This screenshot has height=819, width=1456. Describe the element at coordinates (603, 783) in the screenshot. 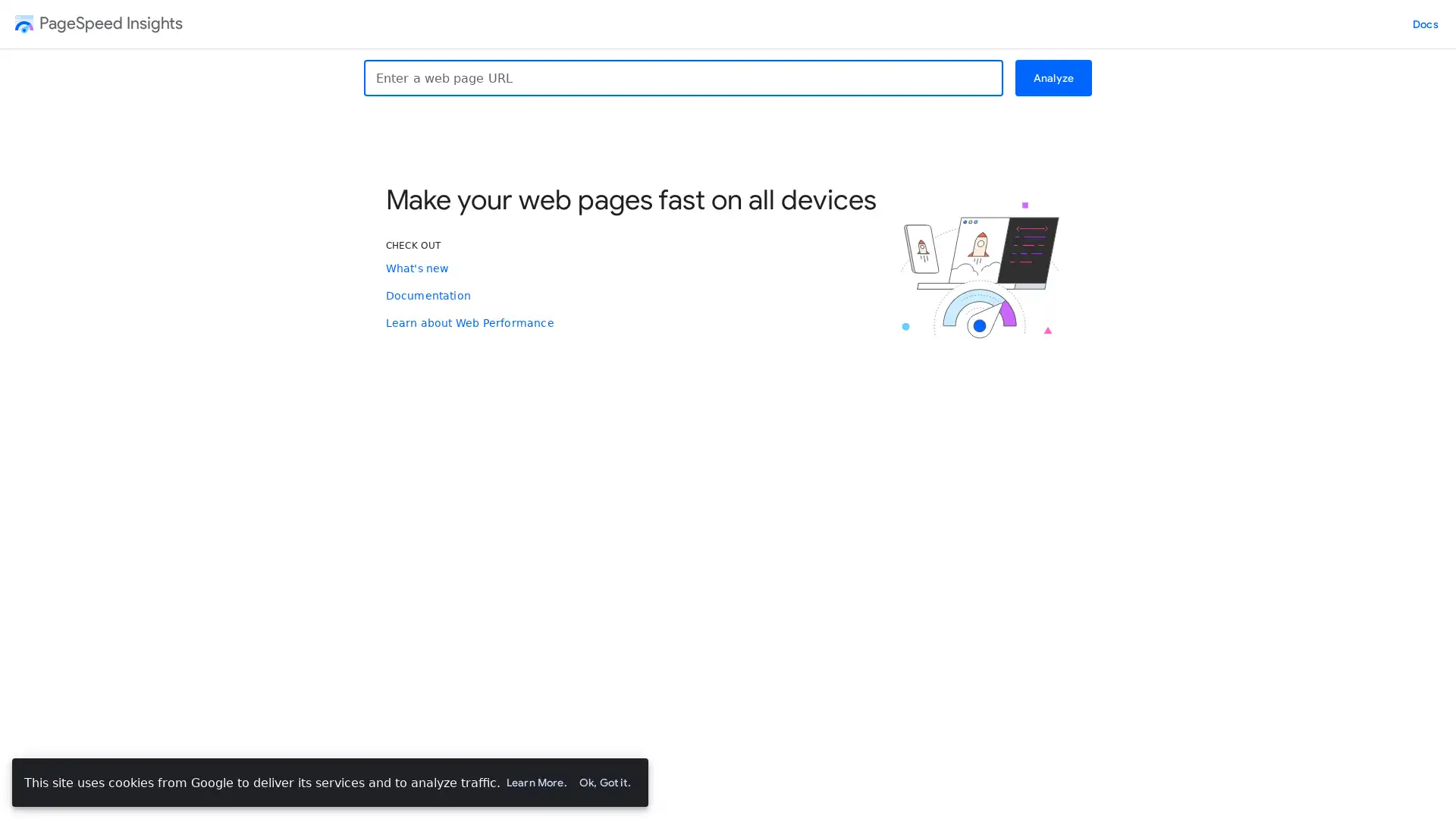

I see `Ok, Got it.` at that location.